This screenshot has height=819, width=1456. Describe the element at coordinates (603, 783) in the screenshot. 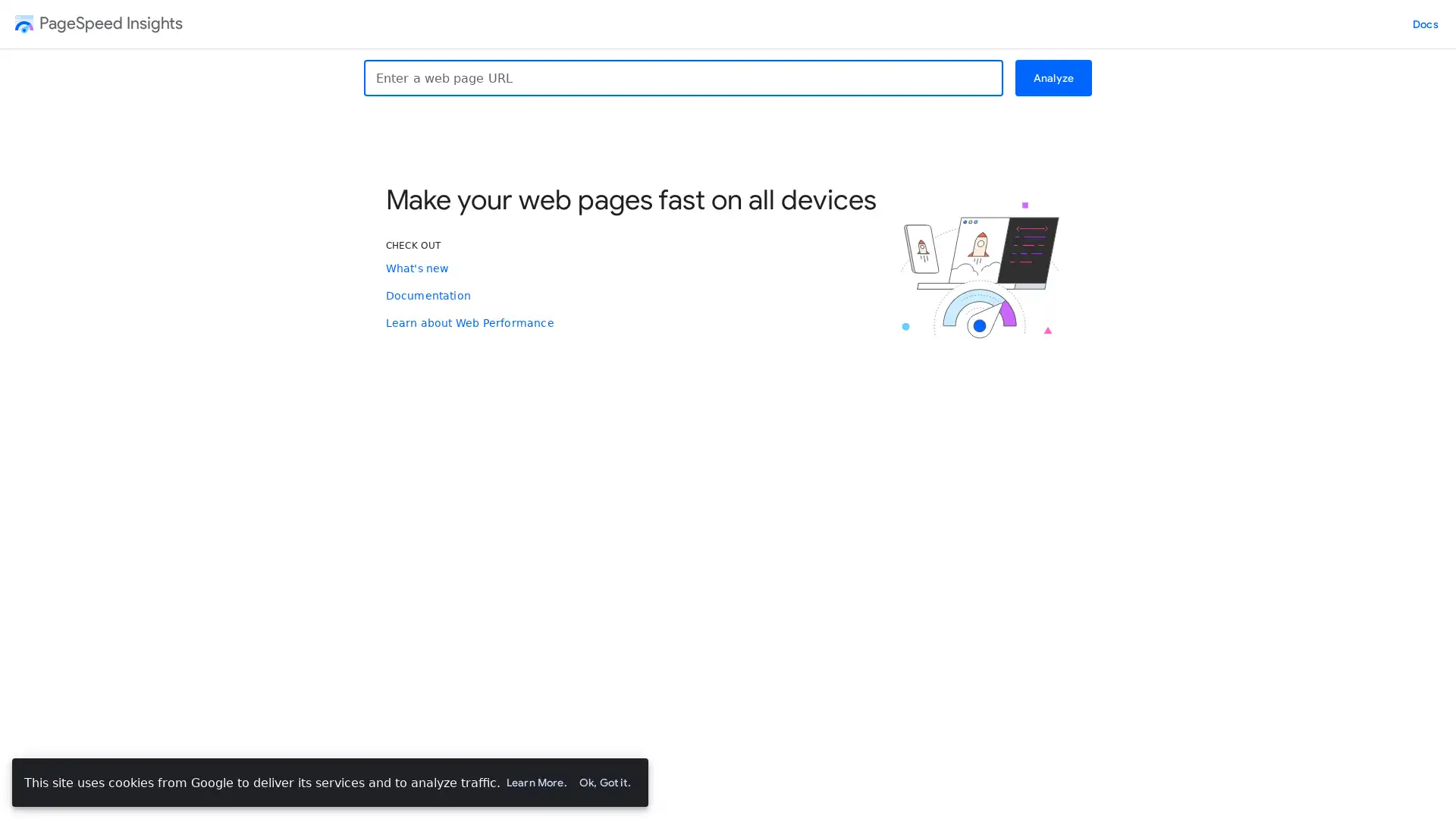

I see `Ok, Got it.` at that location.